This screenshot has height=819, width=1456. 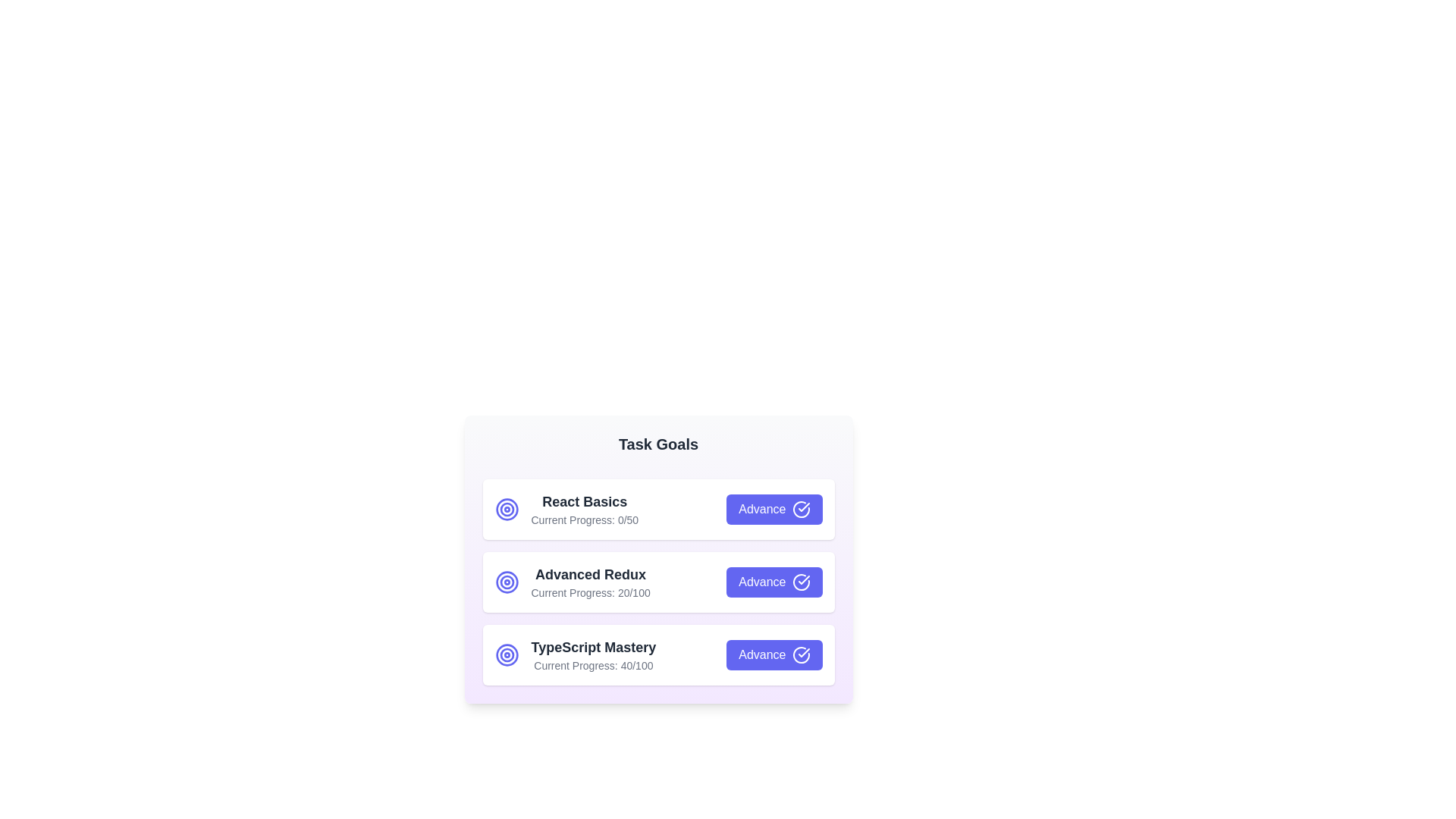 What do you see at coordinates (584, 502) in the screenshot?
I see `the Text Label that displays the title of a task or goal, located at the top of the first task card within the 'Task Goals' section` at bounding box center [584, 502].